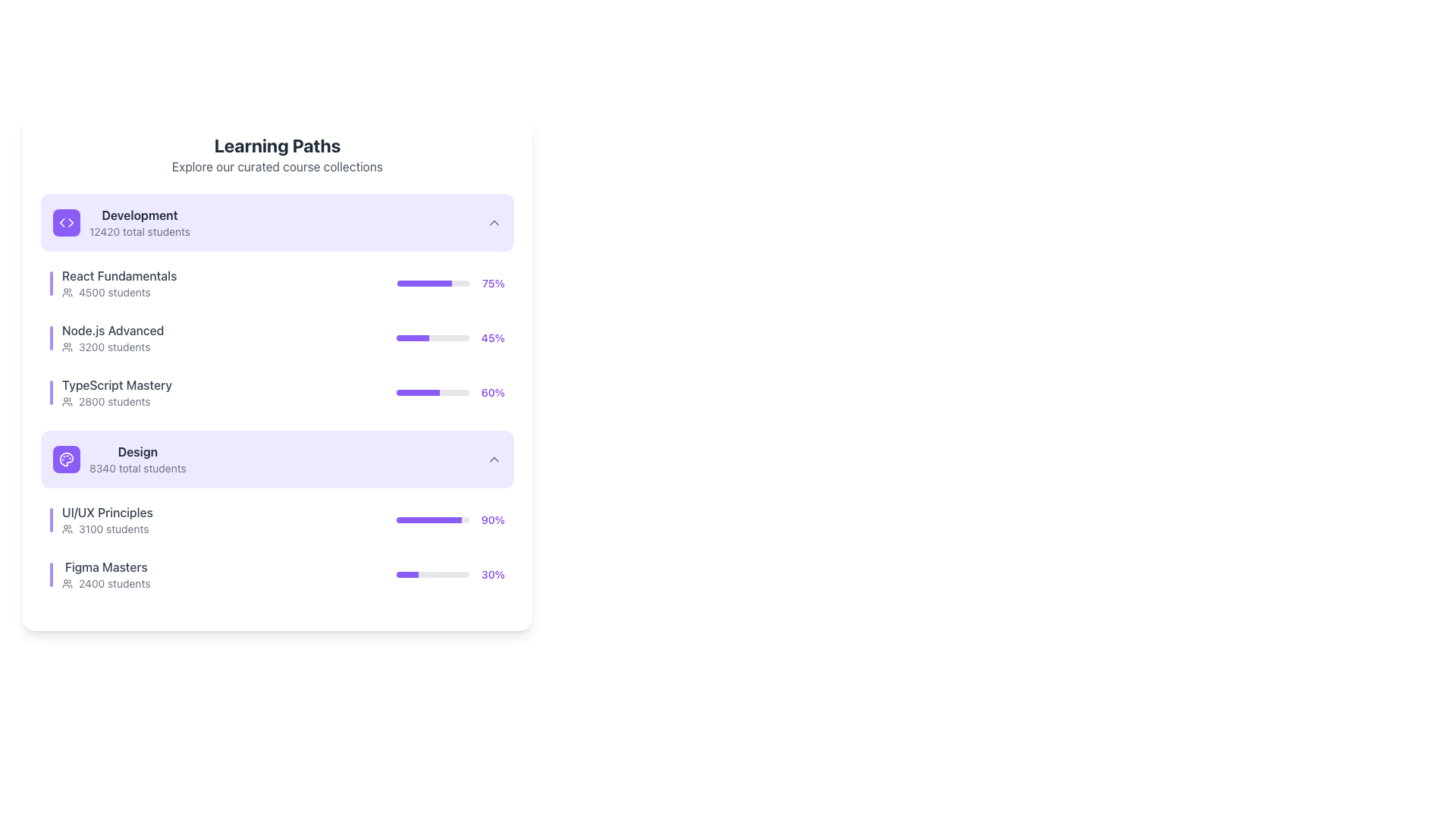 The height and width of the screenshot is (819, 1456). What do you see at coordinates (118, 458) in the screenshot?
I see `the course information card displaying 'Design 8340 total students', which consists of a purple palette icon and bold black text, located in the 'Learning Paths' section, specifically the fourth item in the list` at bounding box center [118, 458].